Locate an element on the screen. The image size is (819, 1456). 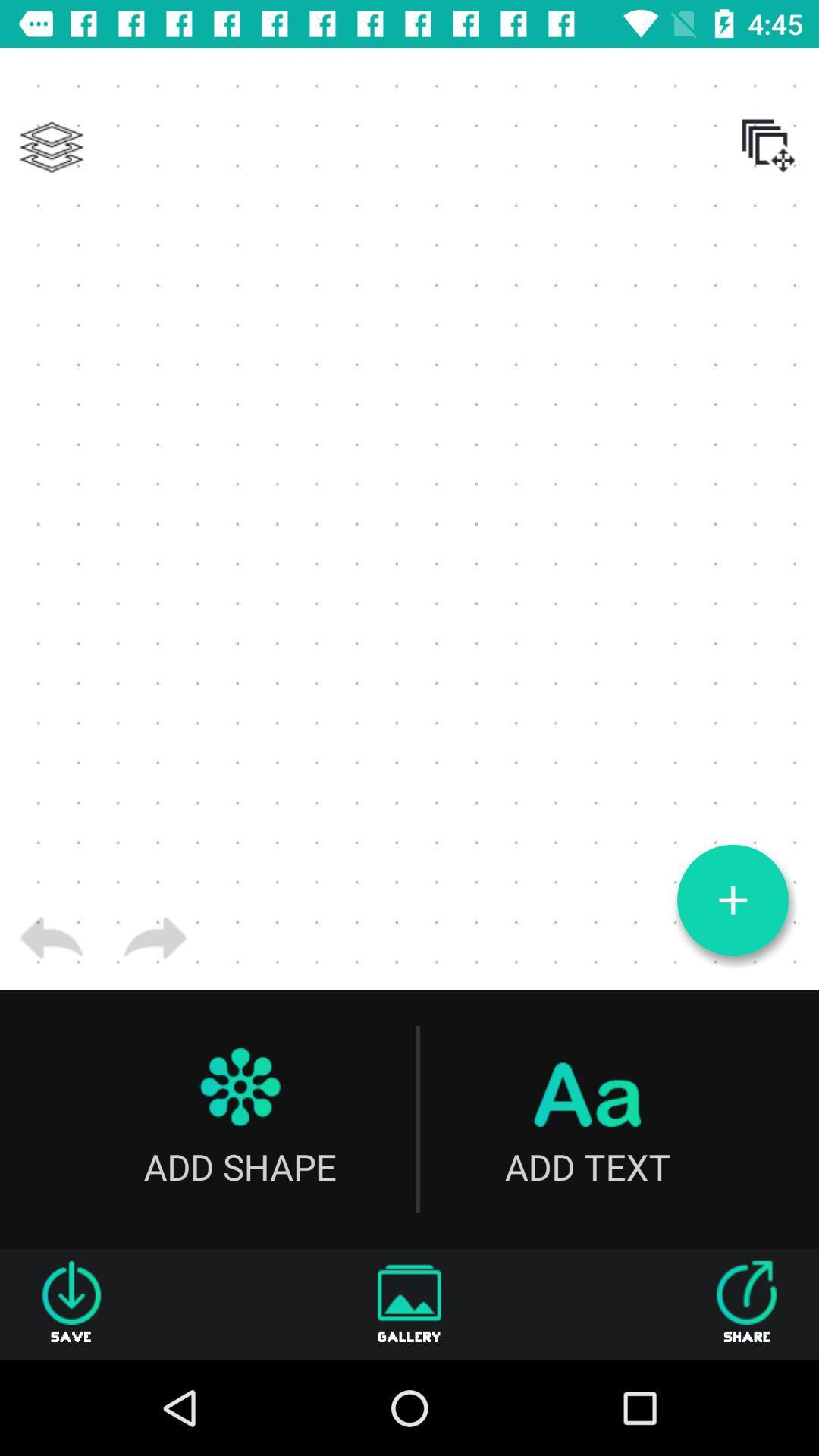
the save is located at coordinates (71, 1304).